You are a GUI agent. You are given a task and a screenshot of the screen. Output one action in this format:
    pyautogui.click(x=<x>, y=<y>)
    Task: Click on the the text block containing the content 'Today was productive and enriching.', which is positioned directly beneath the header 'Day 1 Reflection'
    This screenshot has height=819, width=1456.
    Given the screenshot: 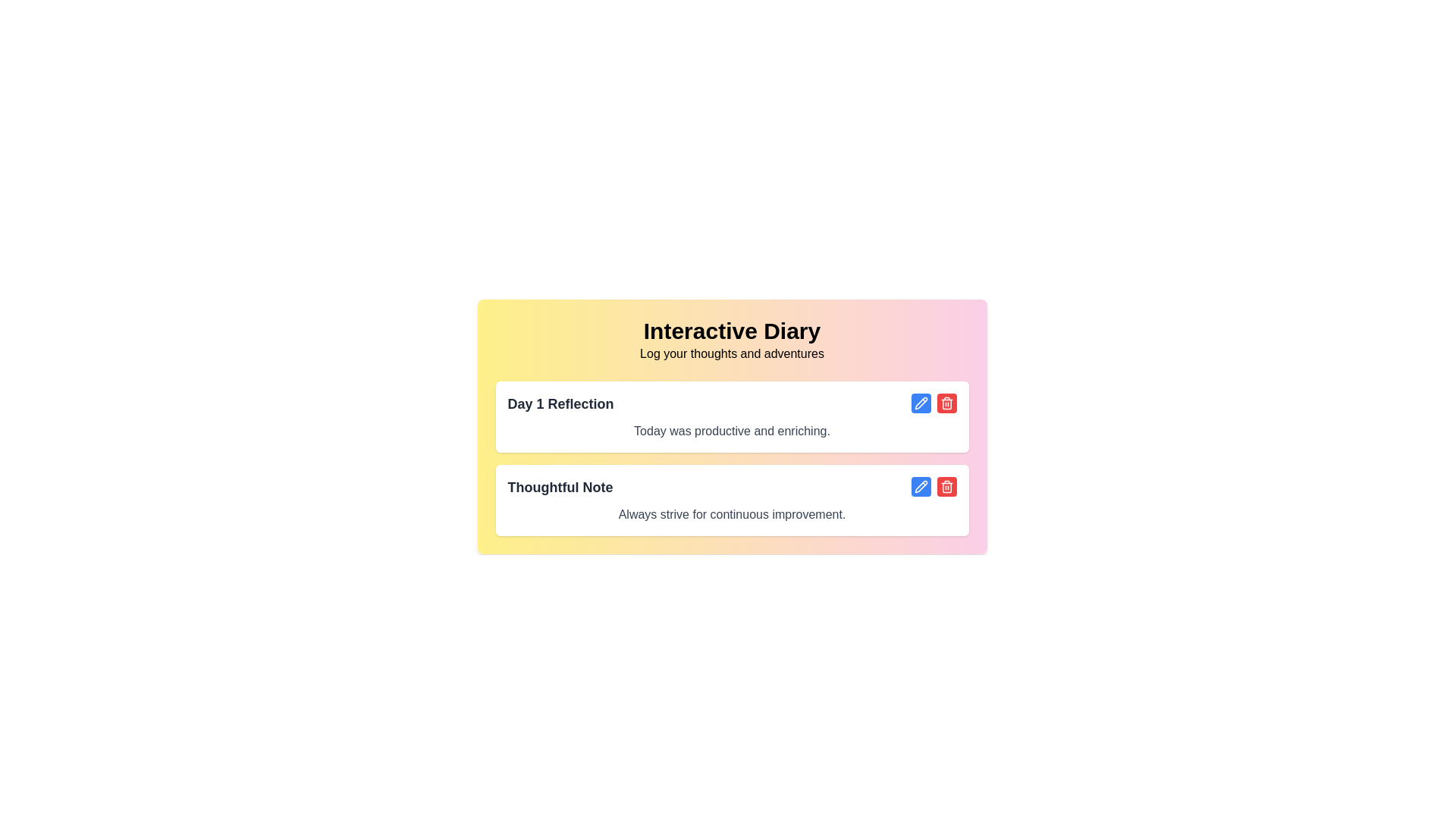 What is the action you would take?
    pyautogui.click(x=732, y=431)
    